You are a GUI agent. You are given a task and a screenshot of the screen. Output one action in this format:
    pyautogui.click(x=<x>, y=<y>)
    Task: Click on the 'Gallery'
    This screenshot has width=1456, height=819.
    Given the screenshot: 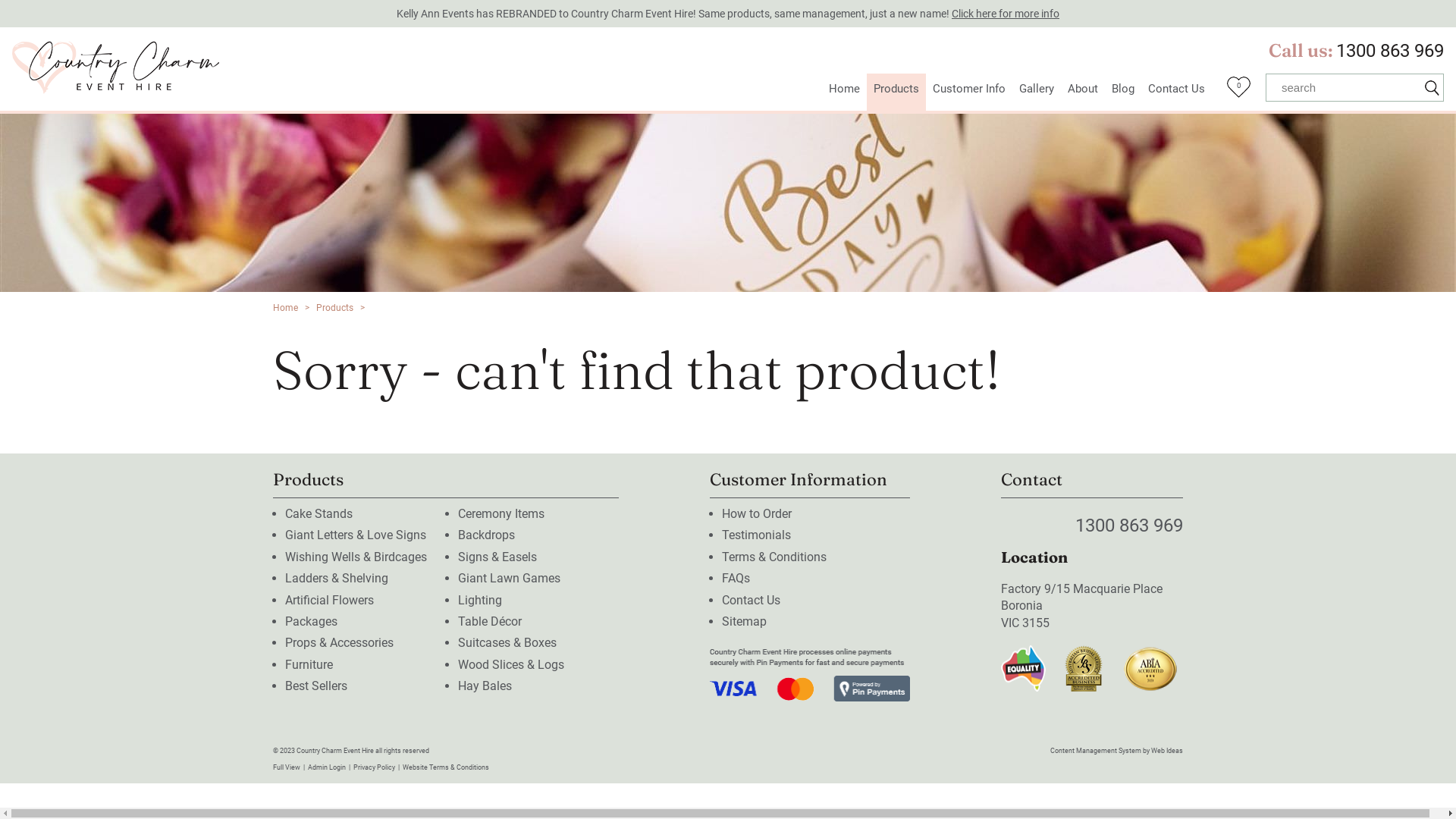 What is the action you would take?
    pyautogui.click(x=1012, y=92)
    